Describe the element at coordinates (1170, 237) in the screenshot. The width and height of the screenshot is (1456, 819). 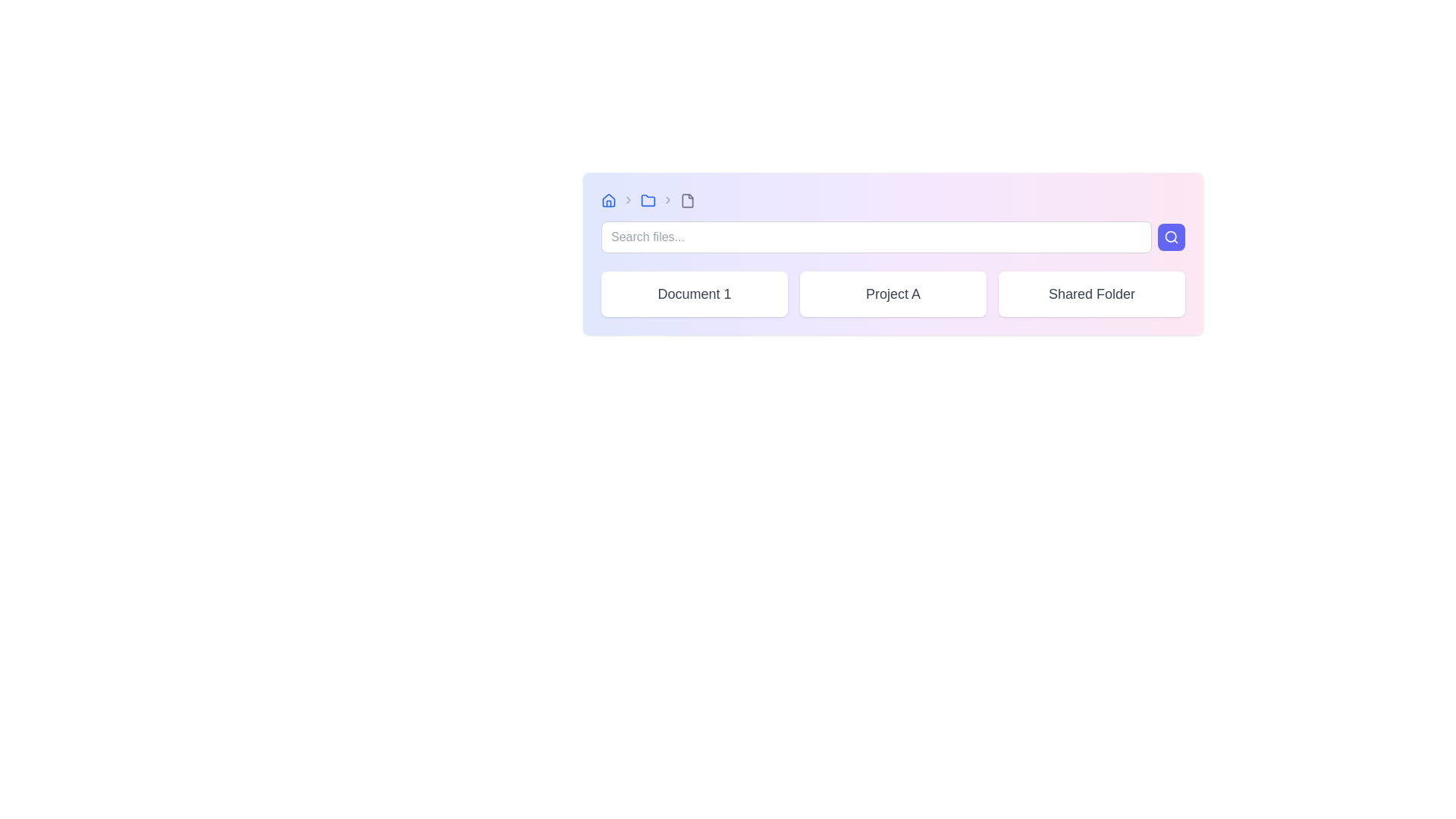
I see `the central circular component of the search icon in the top-right corner of the compact search bar` at that location.